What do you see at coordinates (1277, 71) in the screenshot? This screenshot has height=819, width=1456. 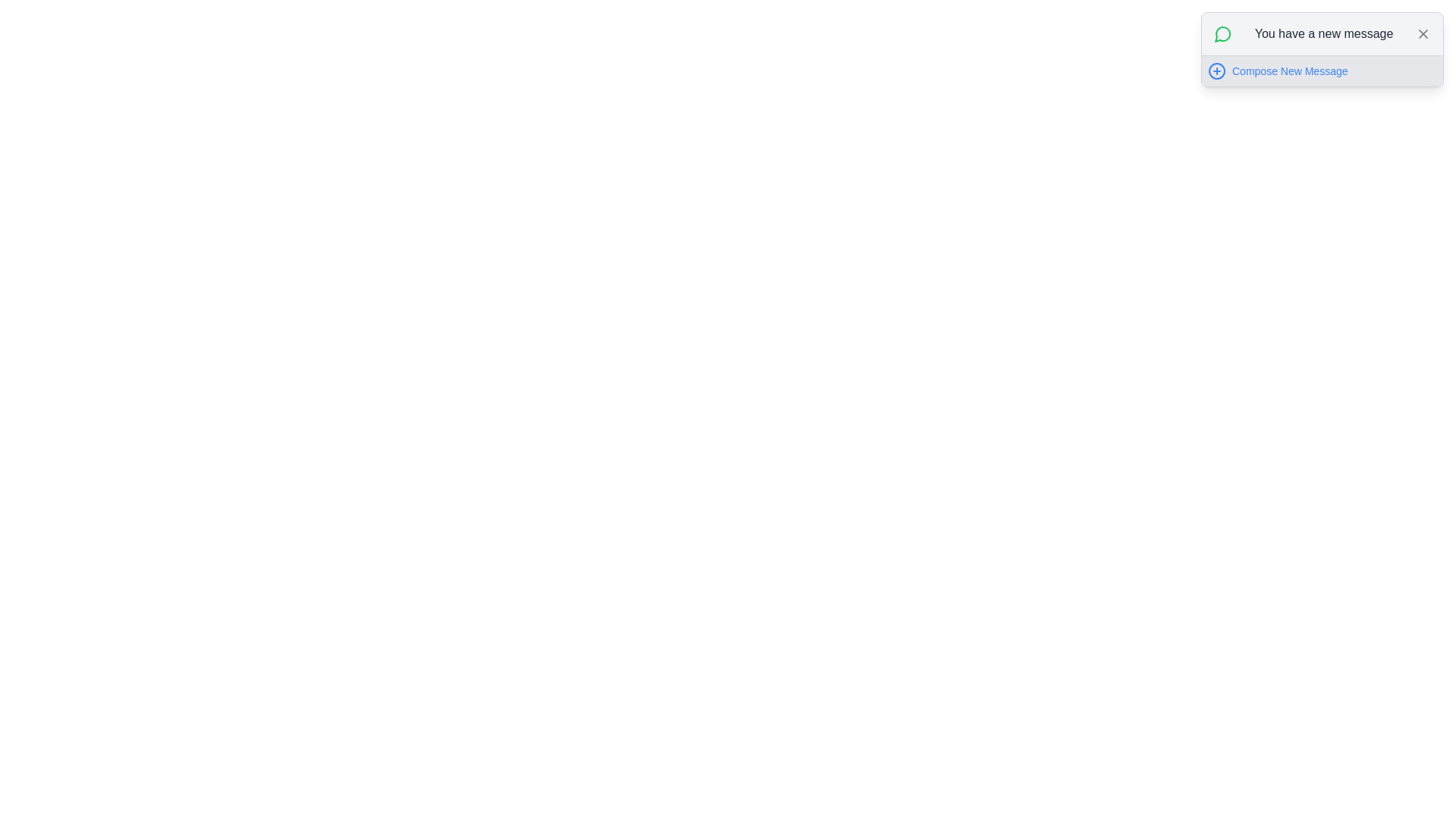 I see `the 'Compose New Message' button located in the top-right section of the interface, inside a gray notification card` at bounding box center [1277, 71].